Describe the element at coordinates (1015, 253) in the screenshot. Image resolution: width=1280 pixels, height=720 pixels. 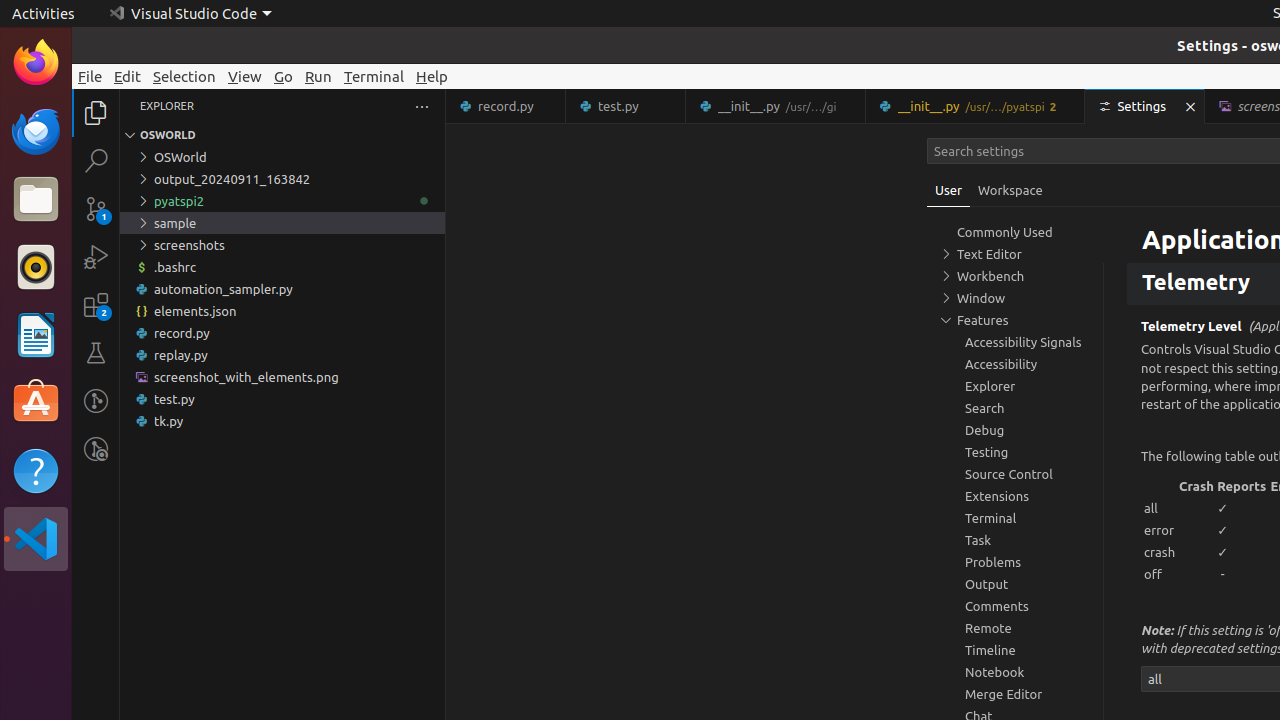
I see `'Text Editor, group'` at that location.